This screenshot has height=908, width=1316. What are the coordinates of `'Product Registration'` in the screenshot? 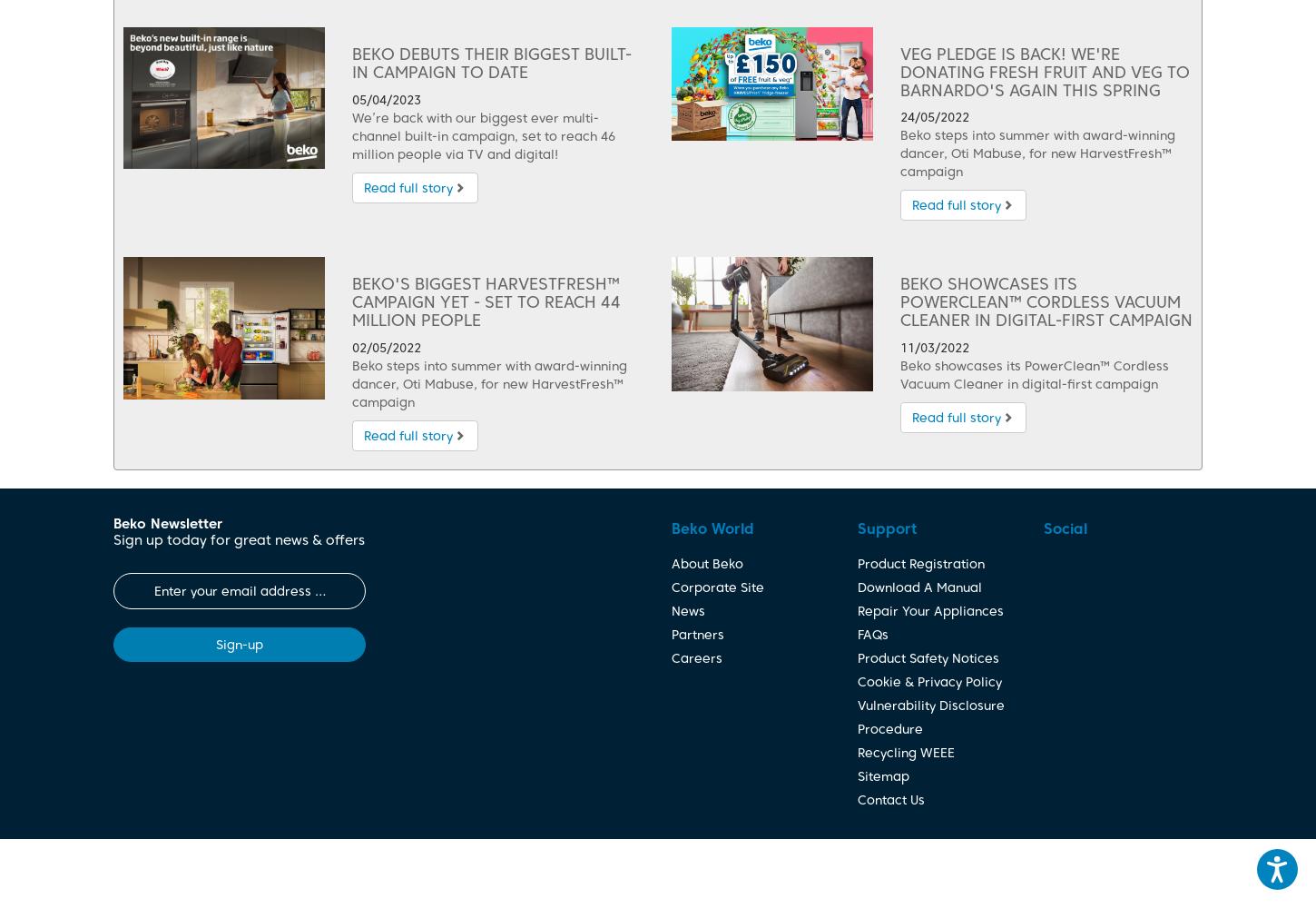 It's located at (856, 562).